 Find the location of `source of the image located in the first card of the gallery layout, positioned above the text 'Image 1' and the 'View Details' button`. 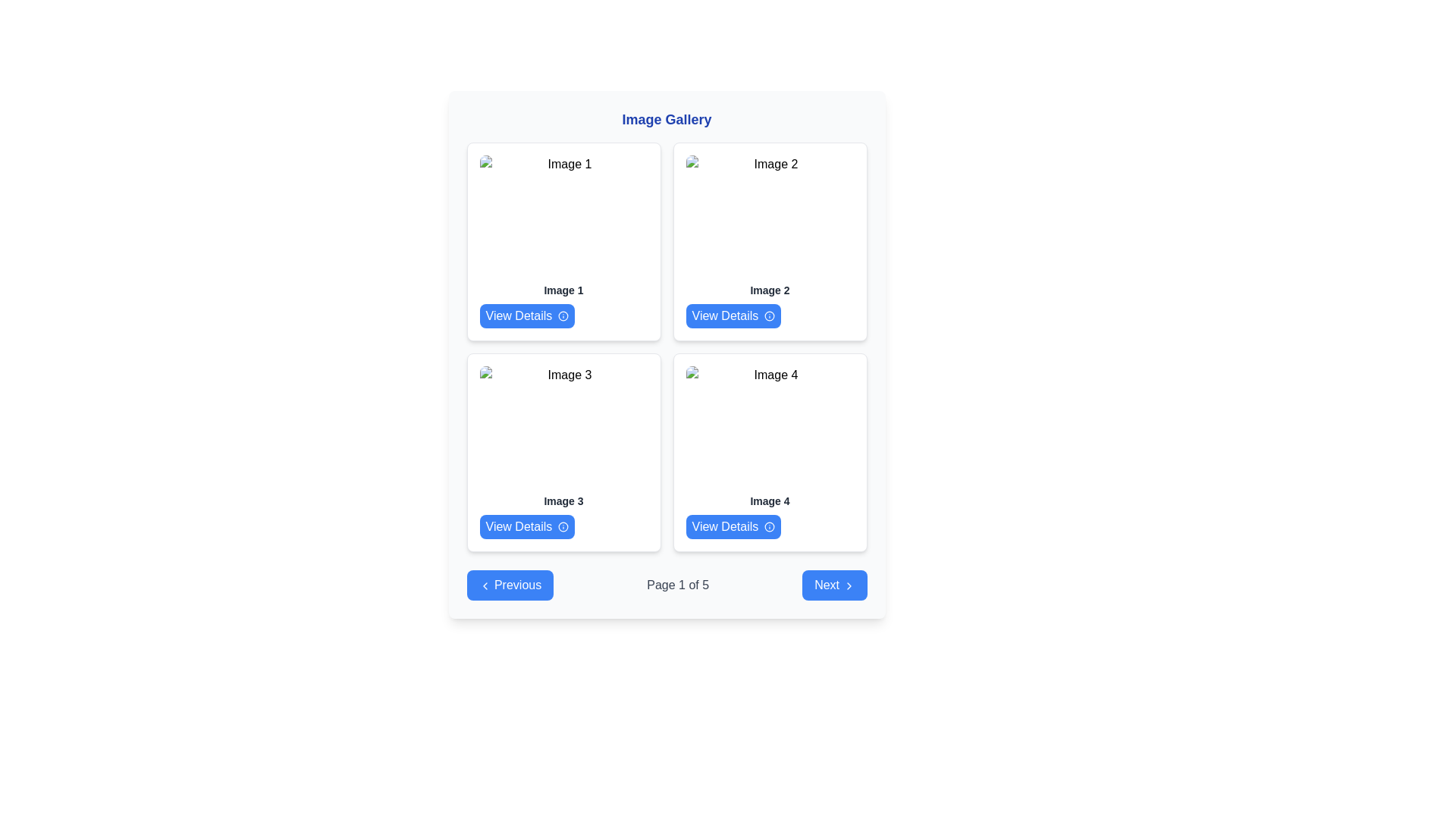

source of the image located in the first card of the gallery layout, positioned above the text 'Image 1' and the 'View Details' button is located at coordinates (563, 216).